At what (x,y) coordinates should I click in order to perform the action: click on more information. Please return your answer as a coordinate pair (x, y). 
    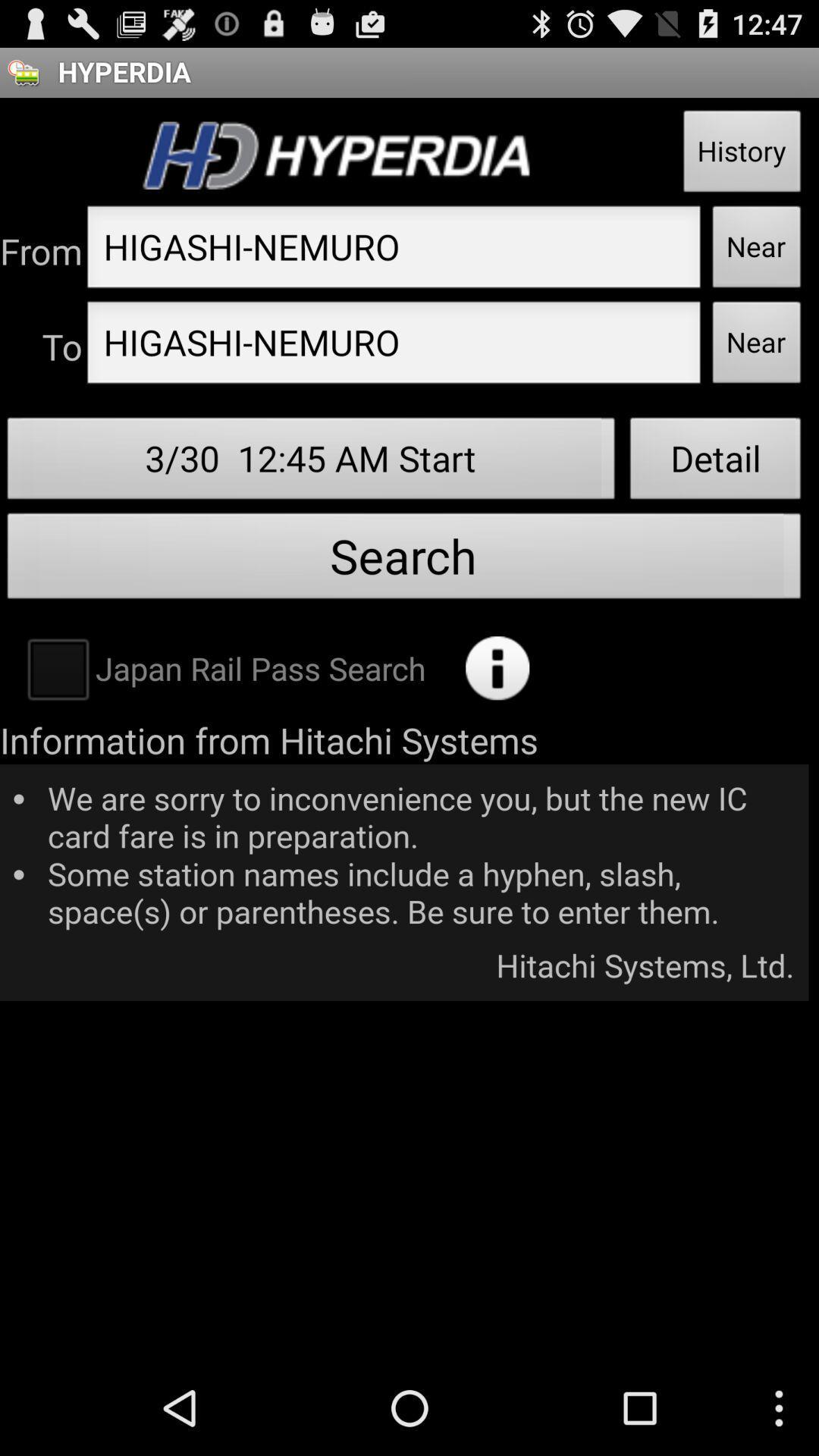
    Looking at the image, I should click on (497, 667).